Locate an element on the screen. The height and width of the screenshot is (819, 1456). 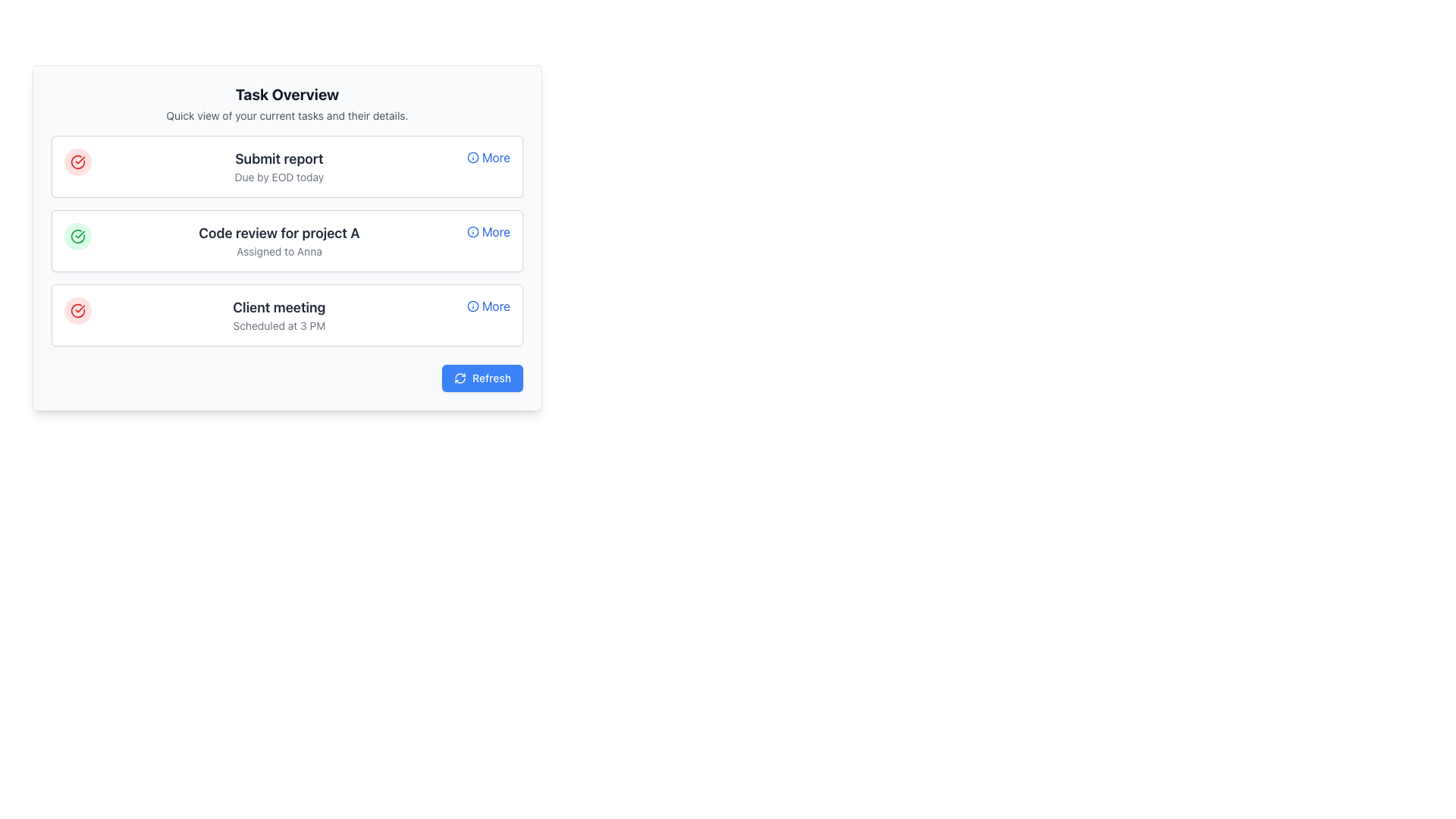
the text link on the rightmost position of the third list entry under the 'Client meeting' task is located at coordinates (496, 306).